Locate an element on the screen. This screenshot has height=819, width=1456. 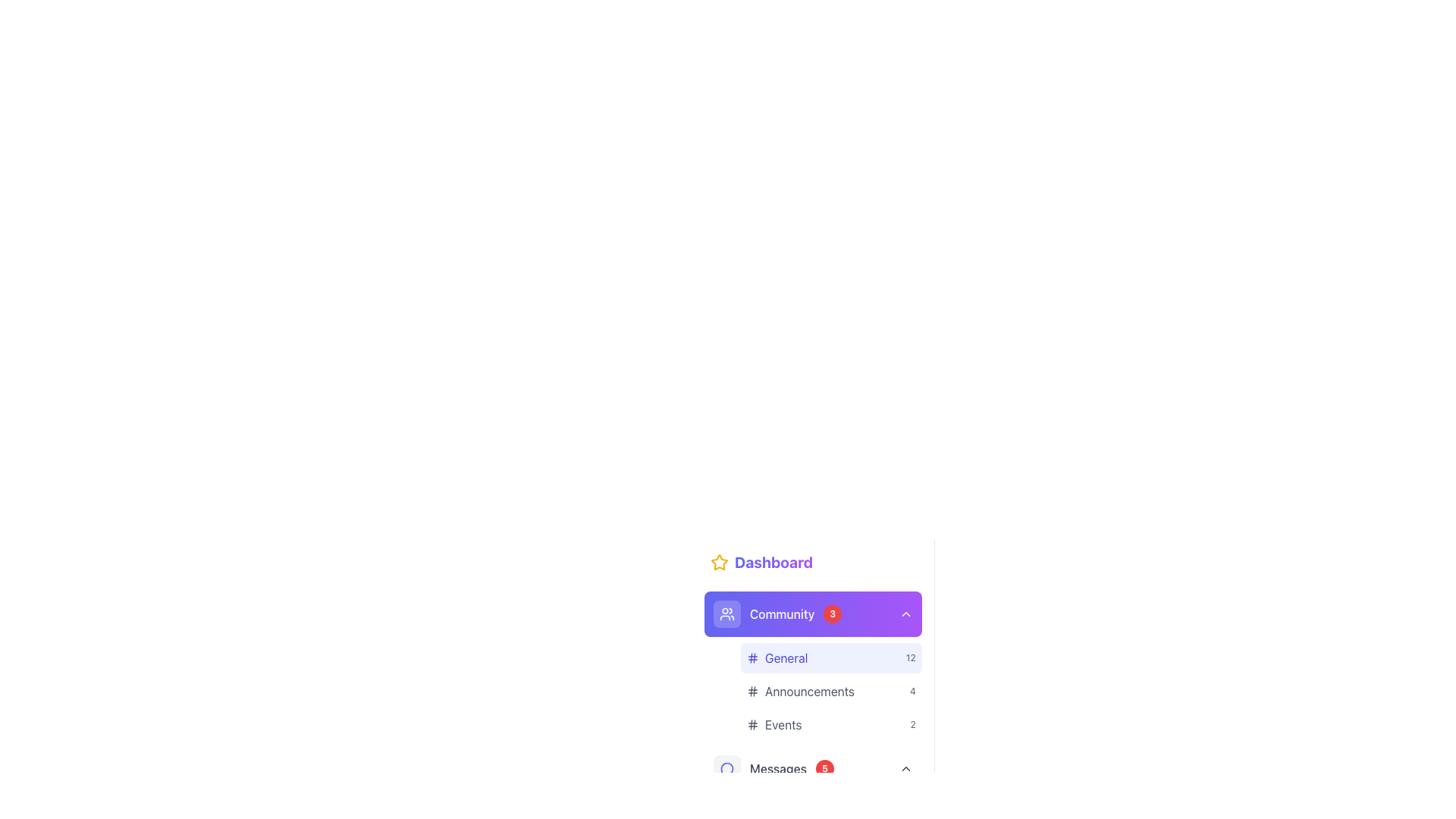
the downward arrow icon located at the right end of the 'Community' section in the navigation menu is located at coordinates (906, 614).